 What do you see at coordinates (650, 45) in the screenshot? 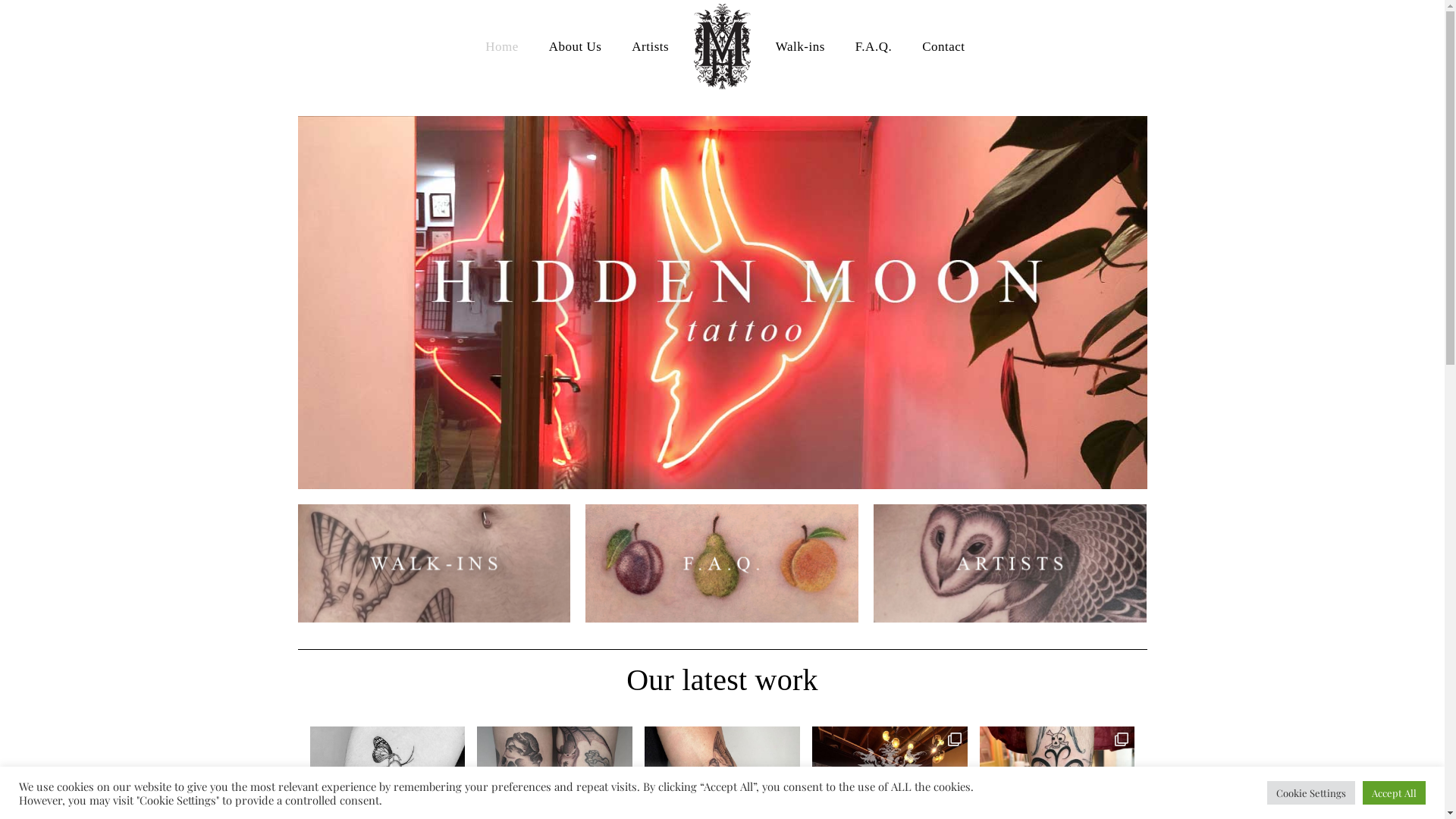
I see `'Artists'` at bounding box center [650, 45].